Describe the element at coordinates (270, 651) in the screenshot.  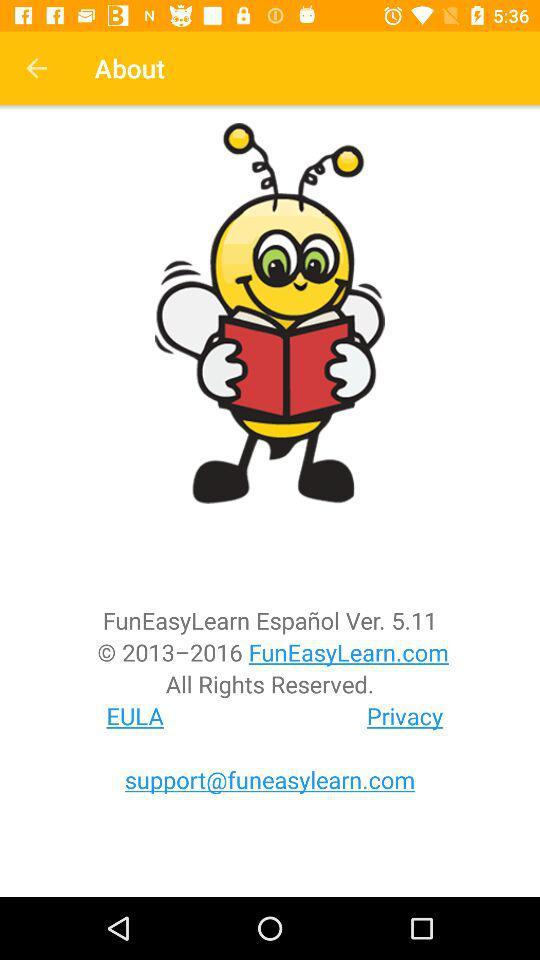
I see `the 2013 2016 funeasylearn icon` at that location.